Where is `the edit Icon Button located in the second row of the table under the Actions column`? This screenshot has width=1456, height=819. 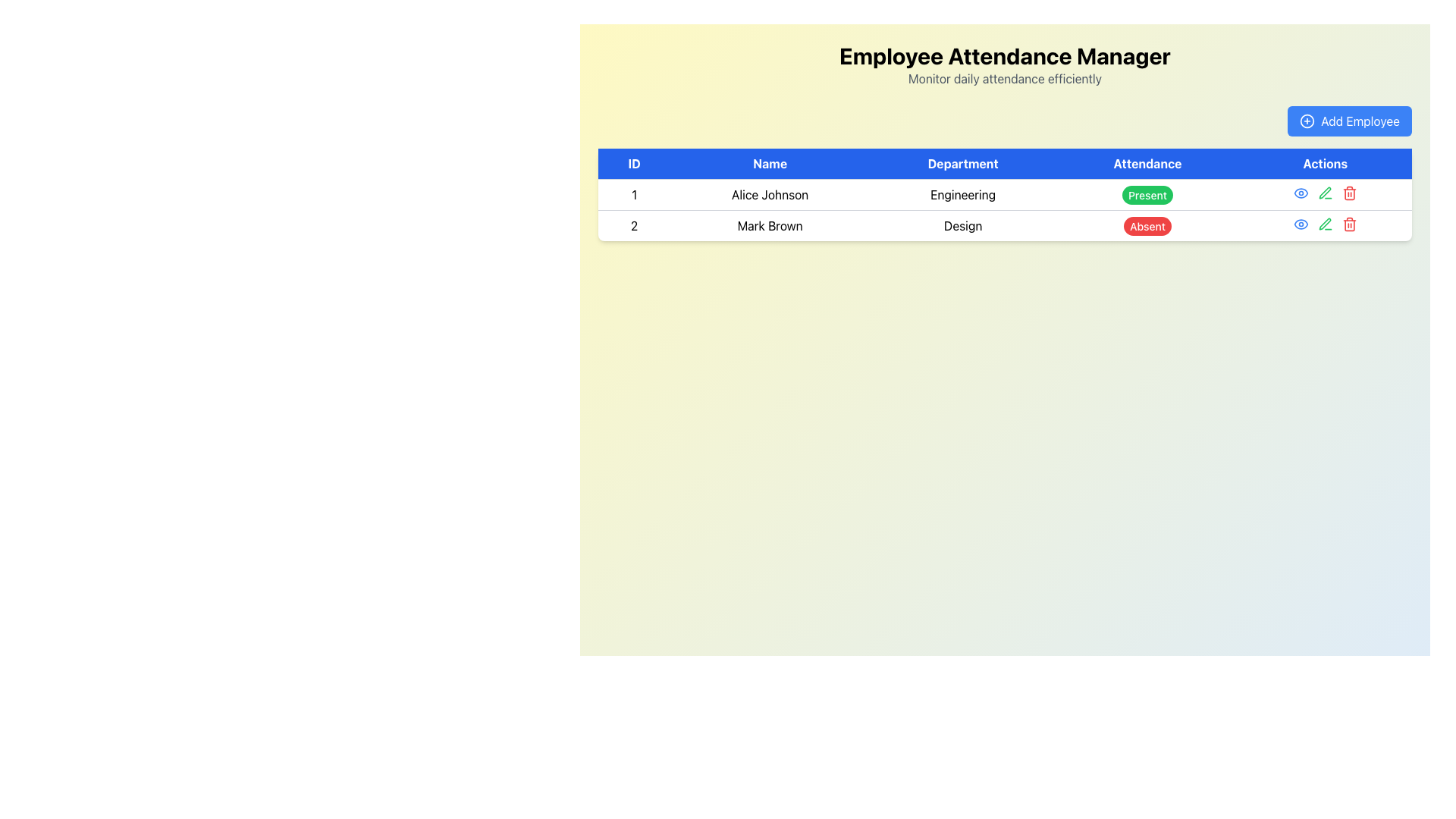
the edit Icon Button located in the second row of the table under the Actions column is located at coordinates (1324, 224).